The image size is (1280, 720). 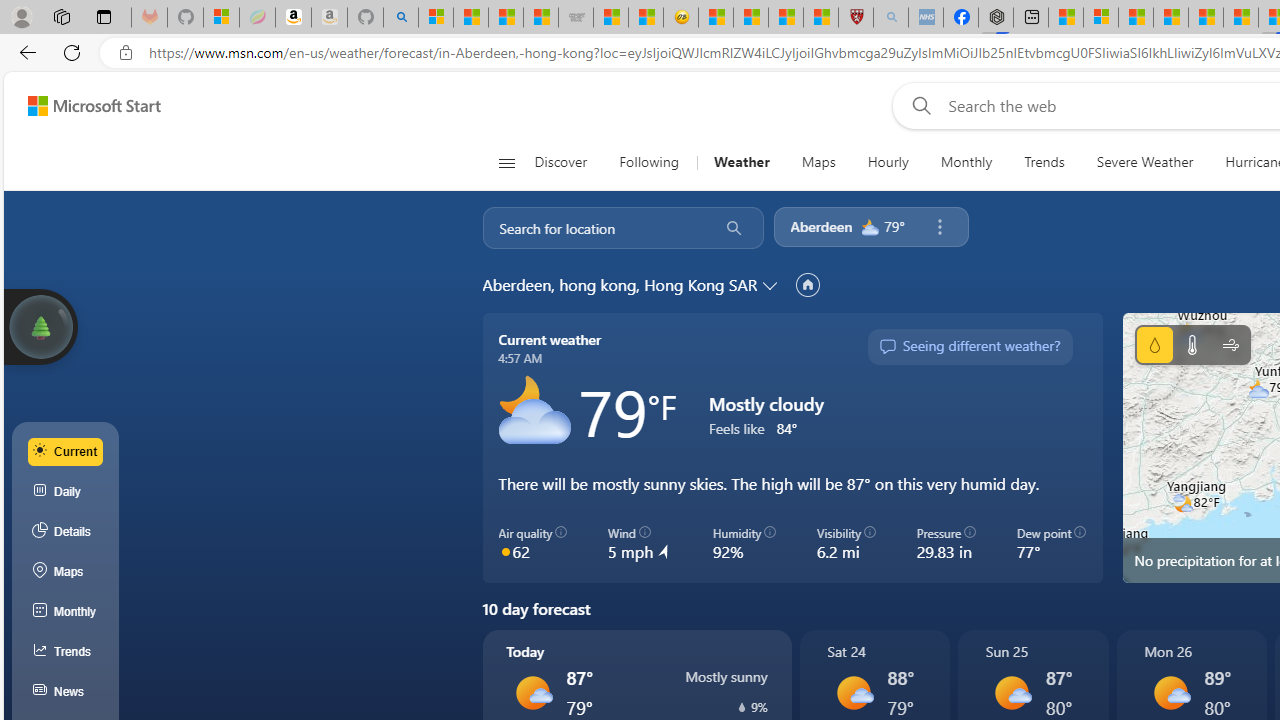 I want to click on 'Class: button-glyph', so click(x=506, y=162).